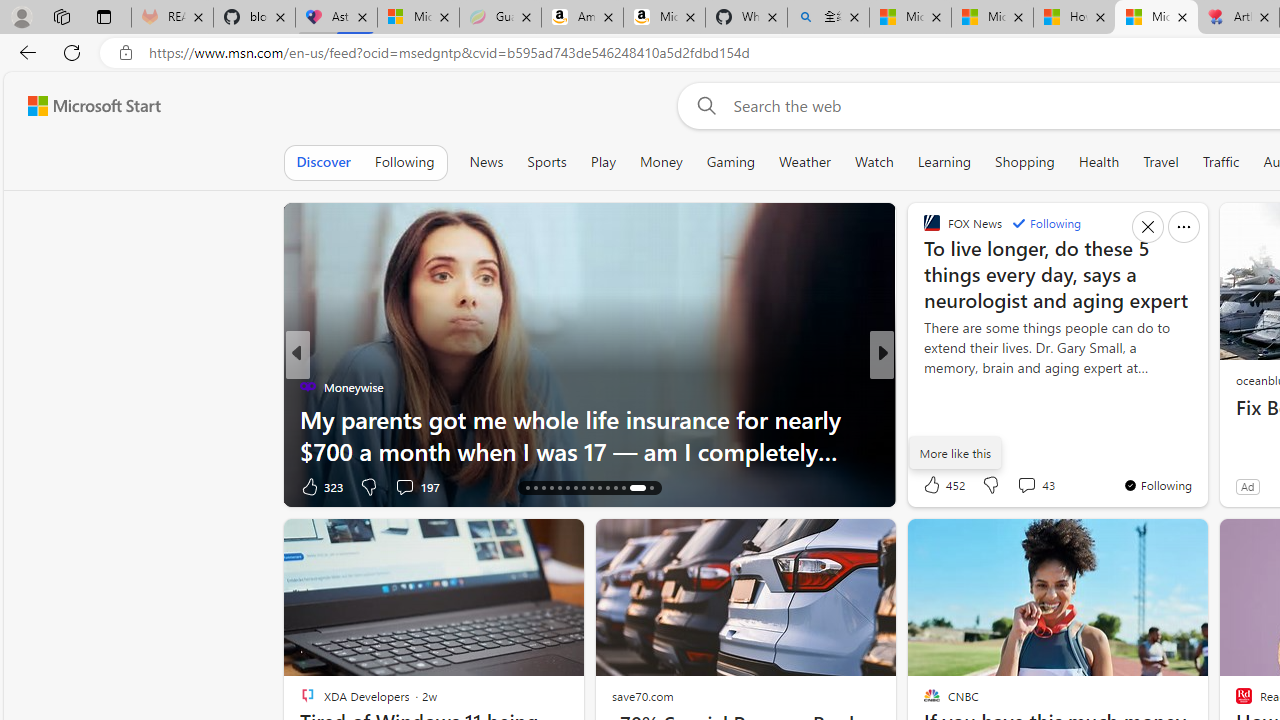  I want to click on 'View comments 43 Comment', so click(1026, 485).